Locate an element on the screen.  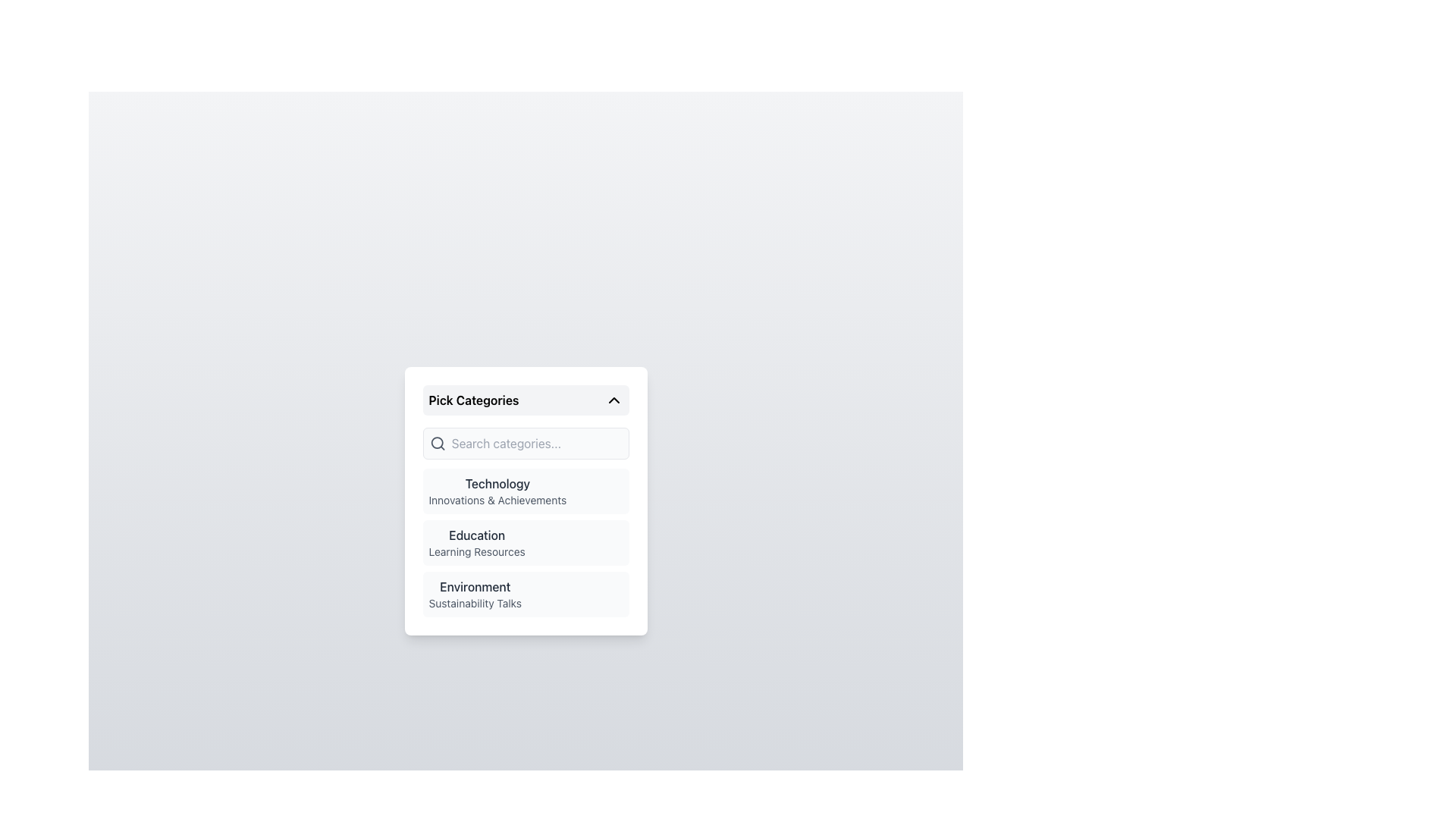
the 'Sustainability Talks' text label, which indicates a subcategory under the 'Environment' category, located in the bottom-right quadrant of the menu is located at coordinates (474, 602).